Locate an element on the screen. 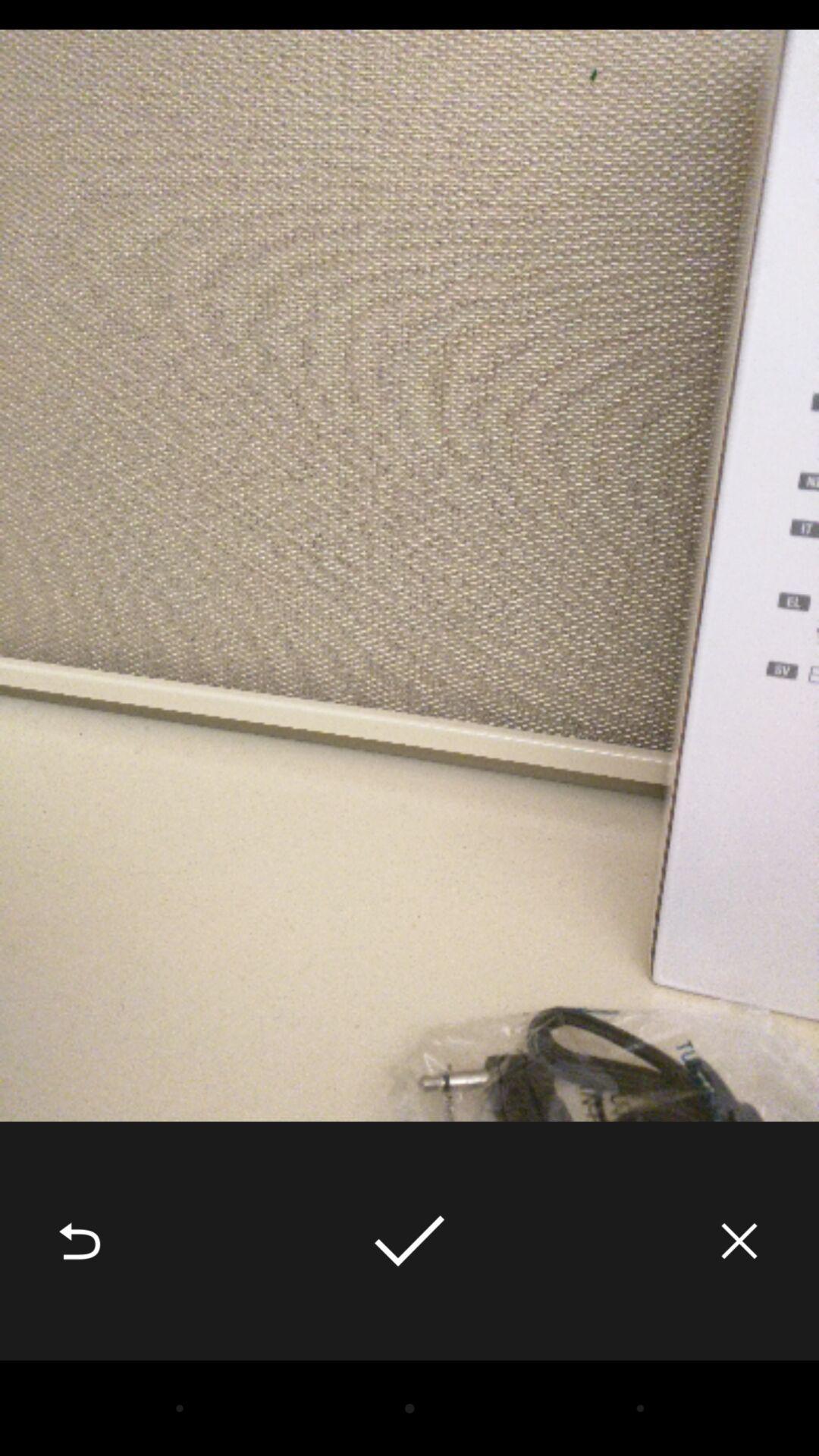 The height and width of the screenshot is (1456, 819). the item at the bottom right corner is located at coordinates (739, 1241).